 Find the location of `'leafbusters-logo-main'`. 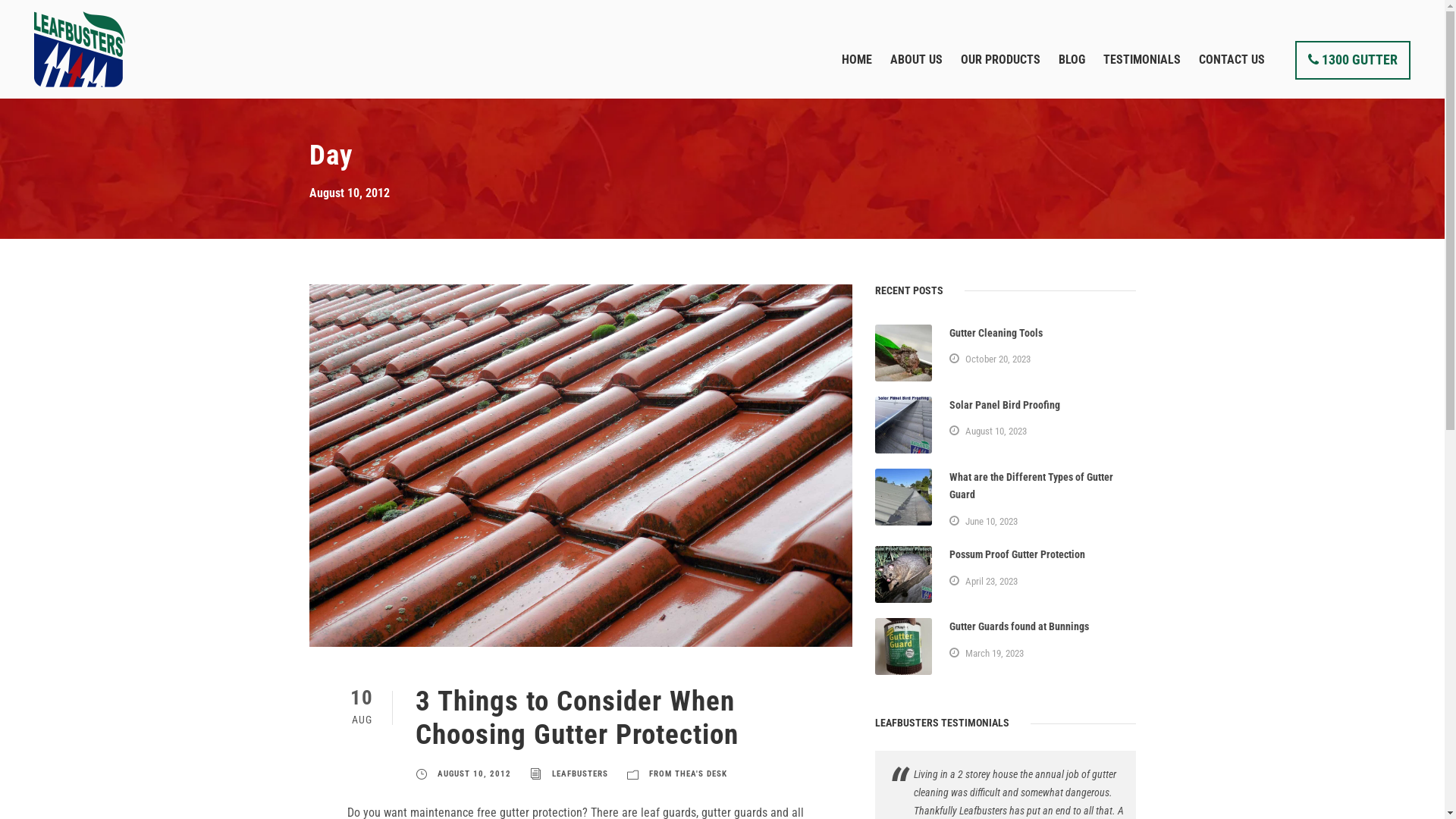

'leafbusters-logo-main' is located at coordinates (33, 49).